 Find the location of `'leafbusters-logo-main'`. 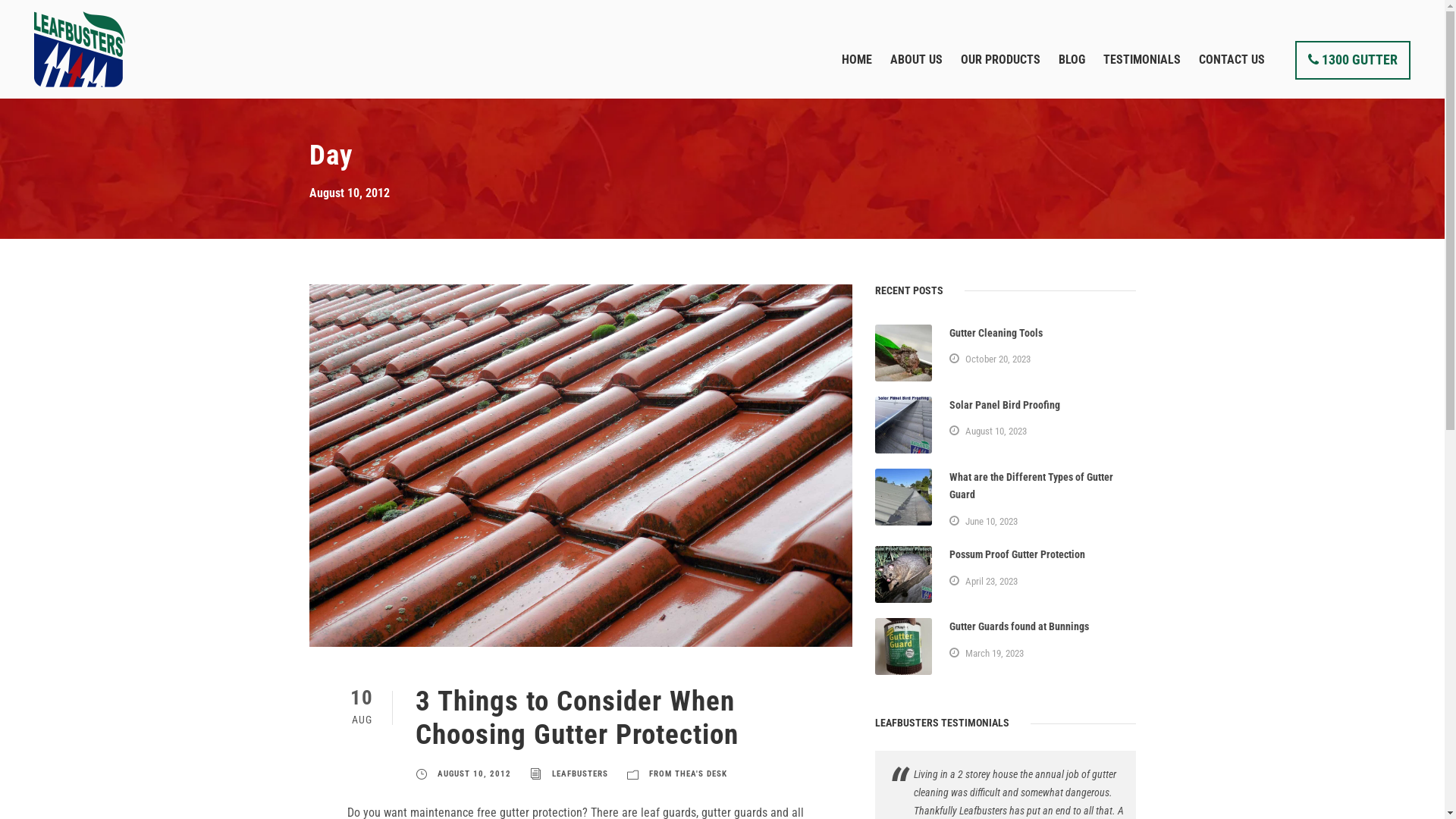

'leafbusters-logo-main' is located at coordinates (33, 49).